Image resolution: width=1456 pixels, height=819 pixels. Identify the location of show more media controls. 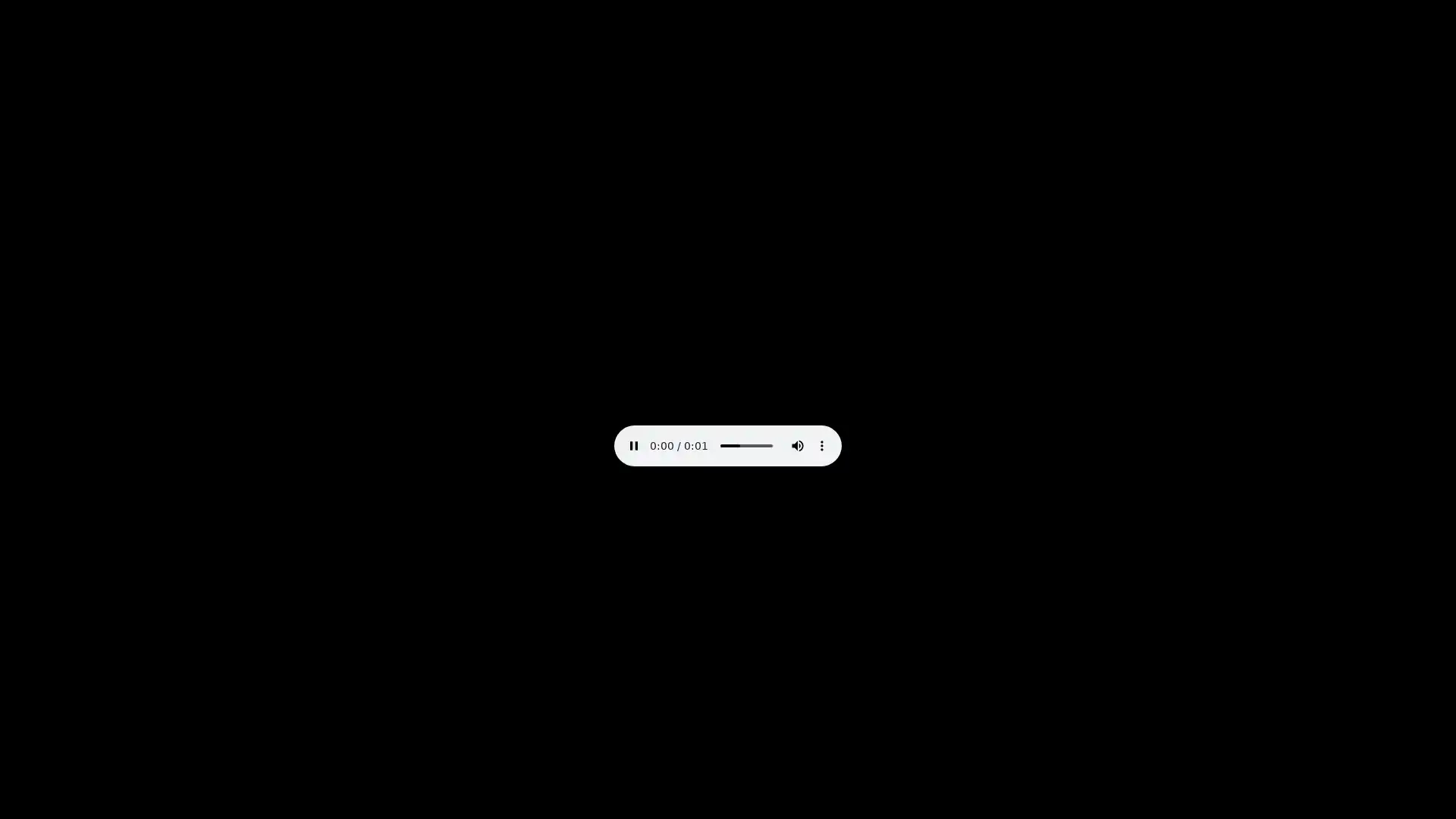
(821, 444).